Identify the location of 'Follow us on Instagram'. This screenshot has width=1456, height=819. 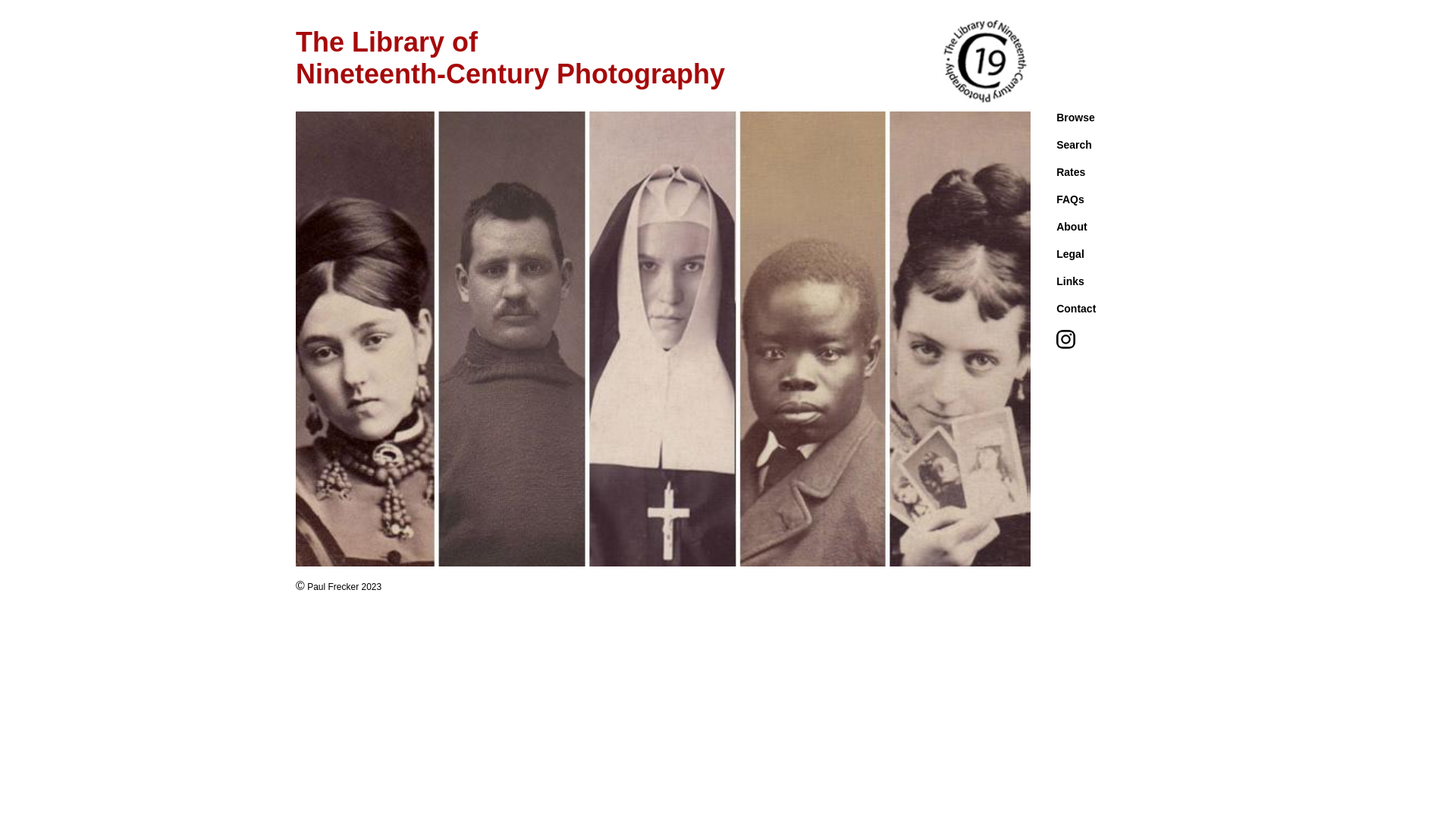
(1065, 345).